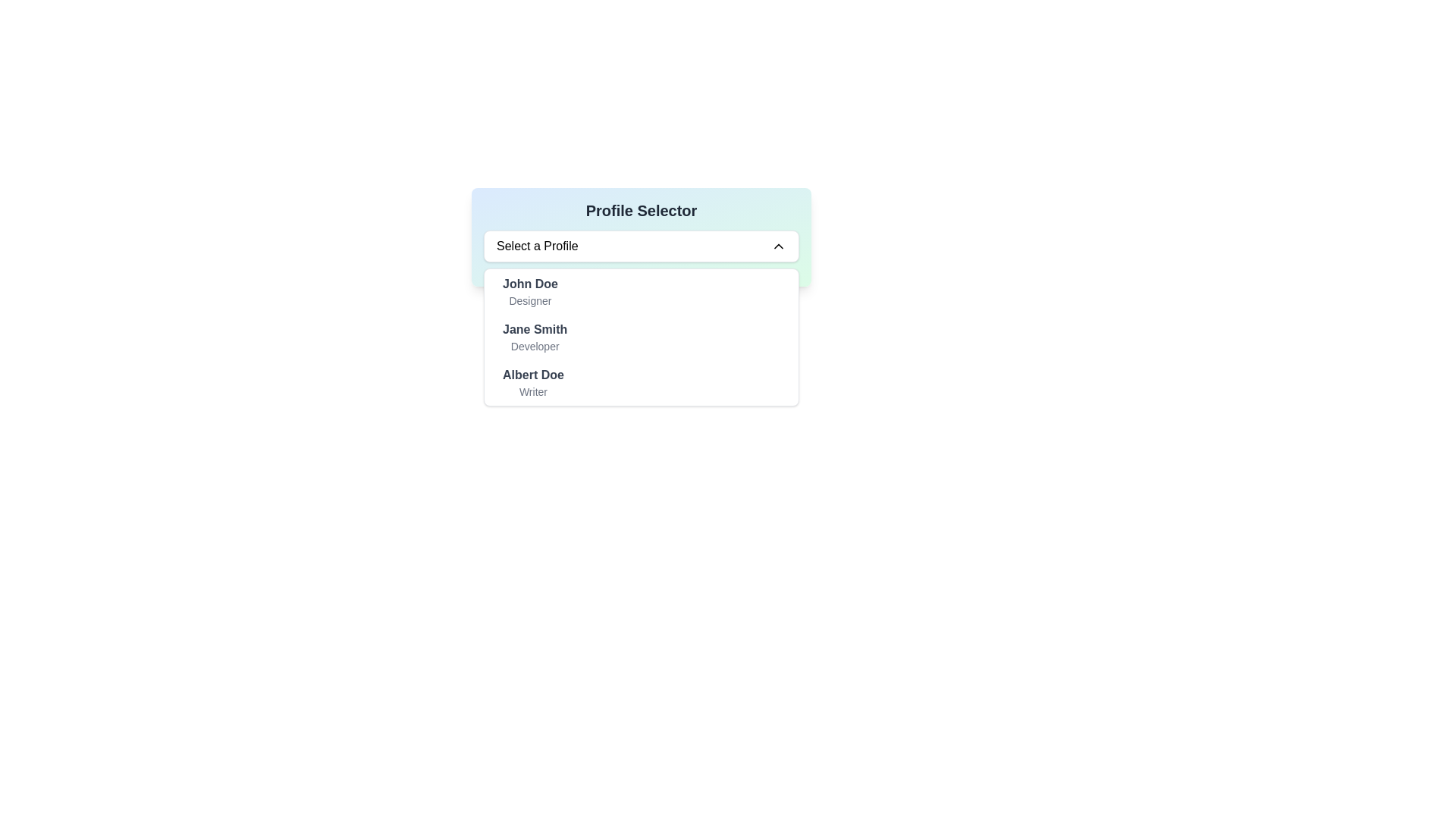  Describe the element at coordinates (641, 245) in the screenshot. I see `on the Dropdown menu located beneath the 'Profile Selector' title` at that location.